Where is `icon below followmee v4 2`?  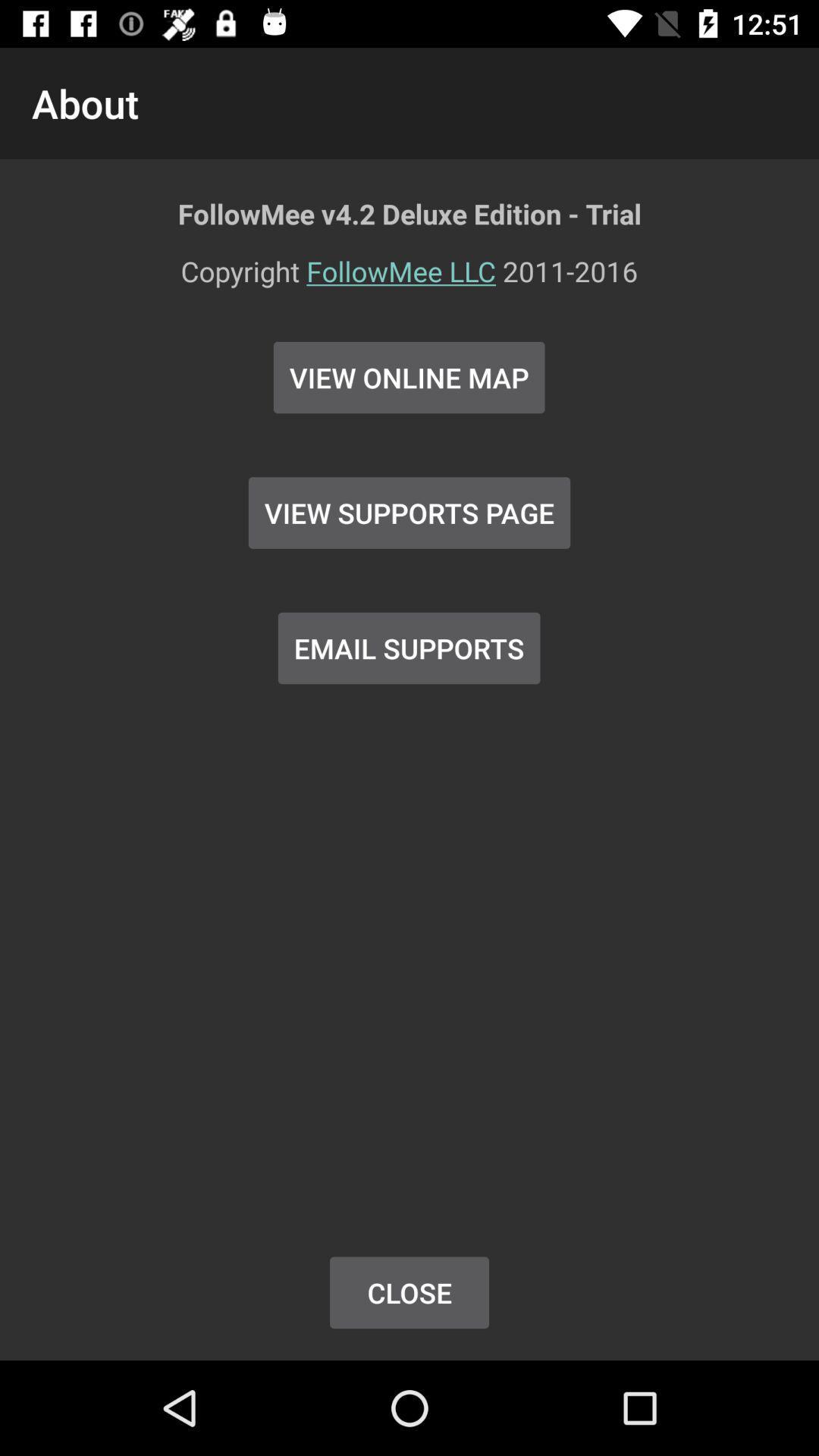
icon below followmee v4 2 is located at coordinates (409, 281).